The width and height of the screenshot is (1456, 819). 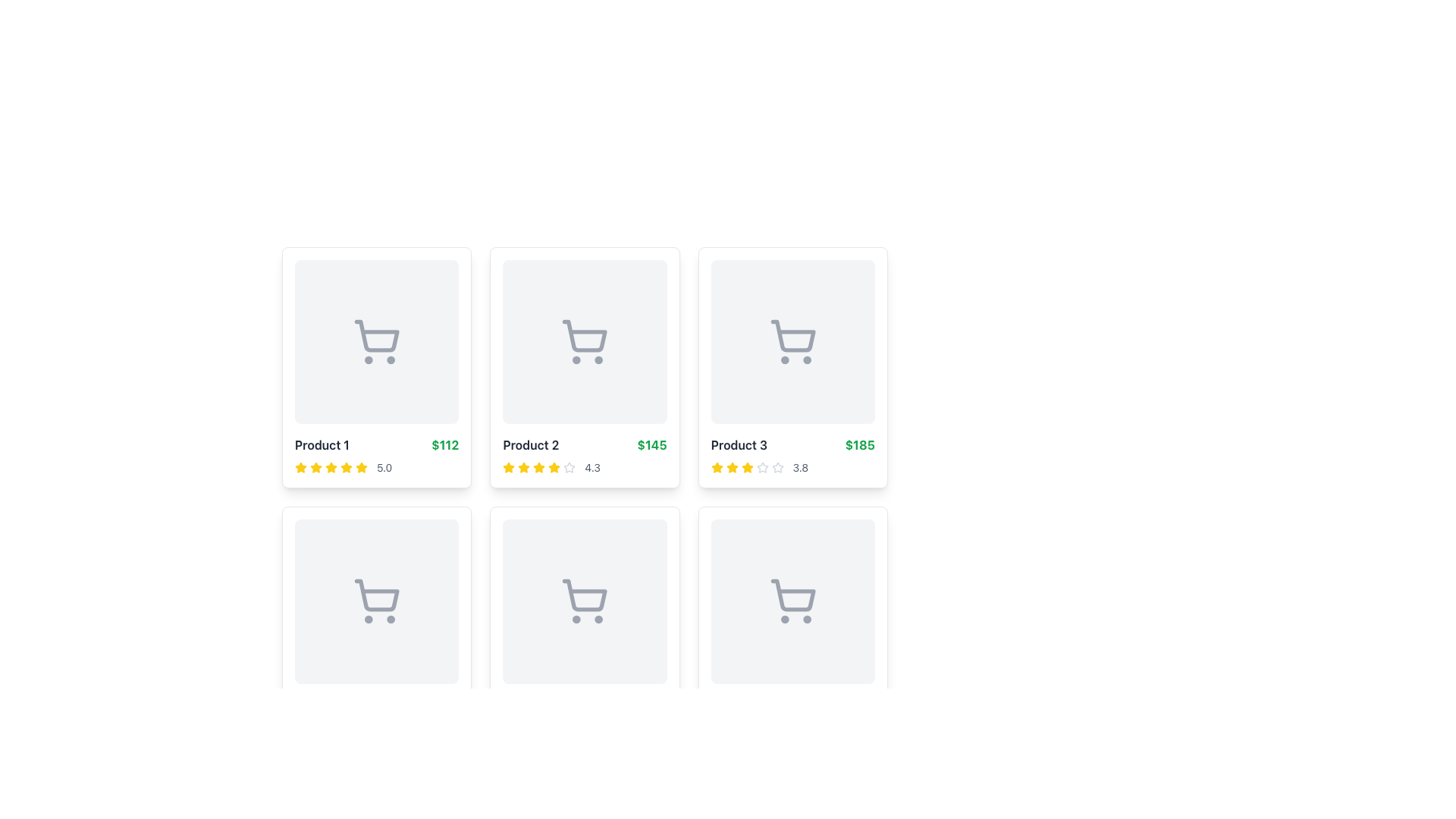 What do you see at coordinates (584, 601) in the screenshot?
I see `the shopping cart icon, which is the second cart icon in the center of the middle row of the grid layout` at bounding box center [584, 601].